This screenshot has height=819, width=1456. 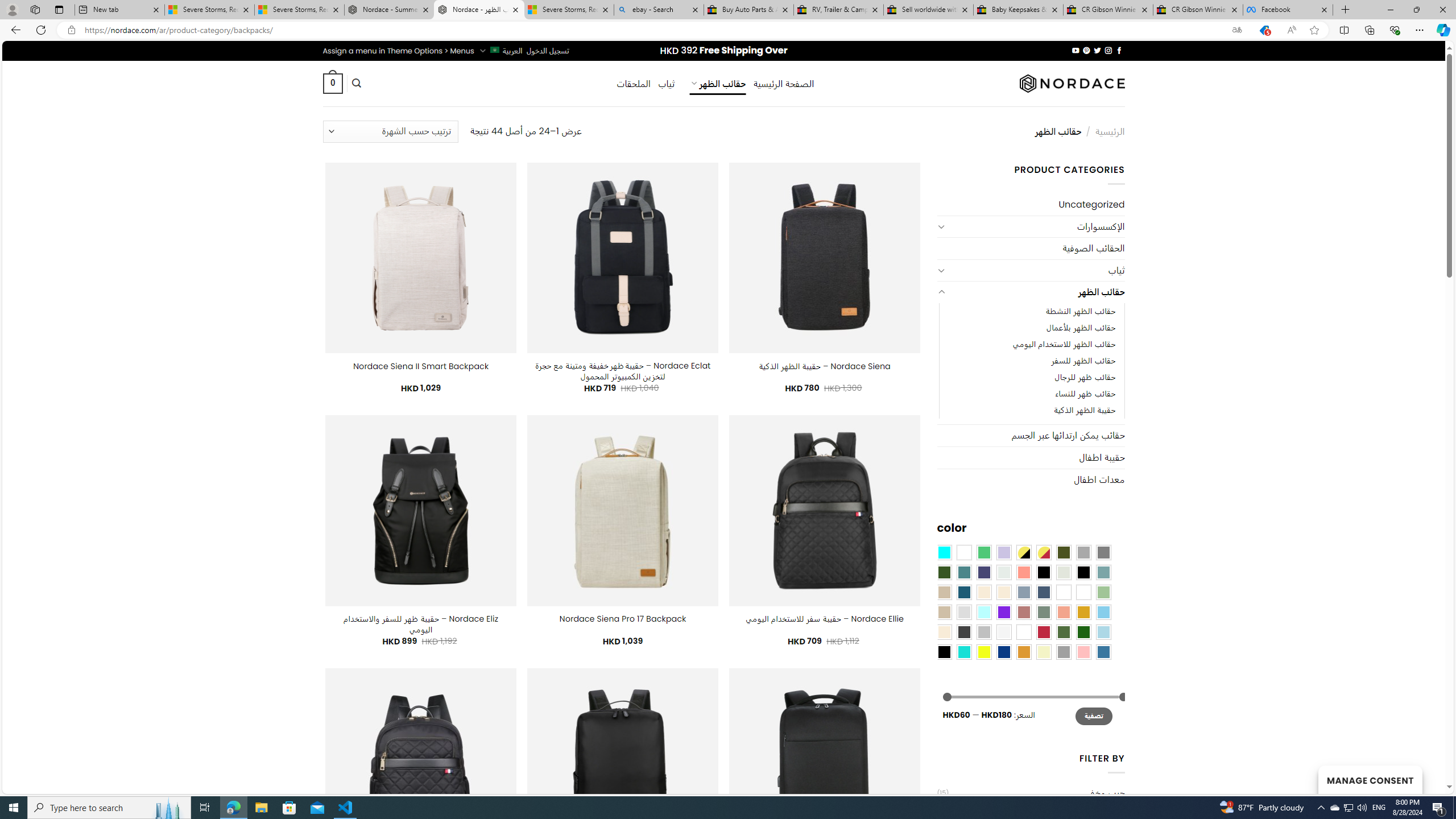 What do you see at coordinates (747, 9) in the screenshot?
I see `'Buy Auto Parts & Accessories | eBay'` at bounding box center [747, 9].